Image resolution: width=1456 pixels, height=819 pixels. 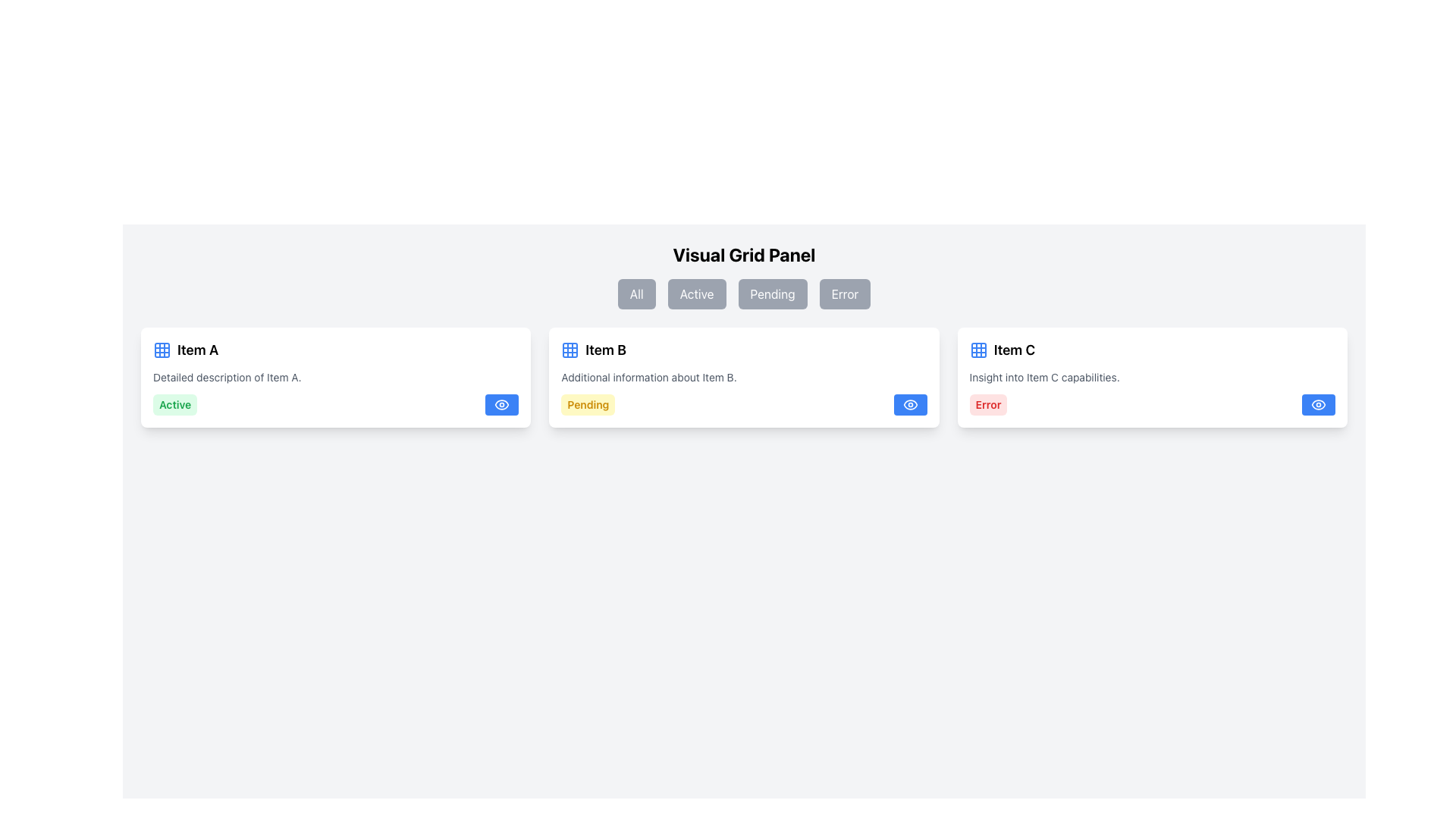 What do you see at coordinates (162, 350) in the screenshot?
I see `the icon that visually identifies the 'Item A' entry within the Visual Grid Panel, located in the card labeled 'Item A'` at bounding box center [162, 350].